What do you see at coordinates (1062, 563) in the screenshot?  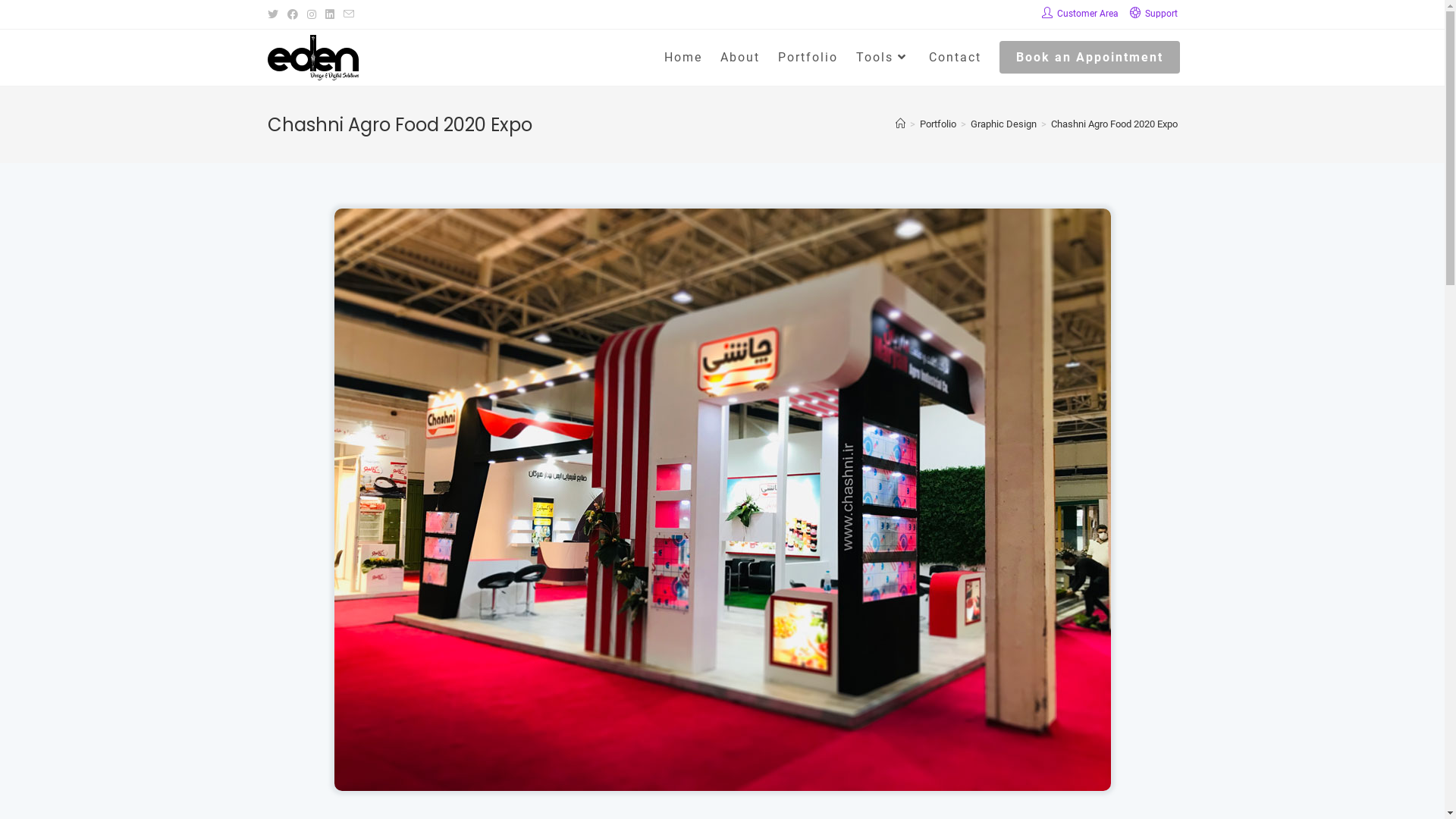 I see `'Envelope Print'` at bounding box center [1062, 563].